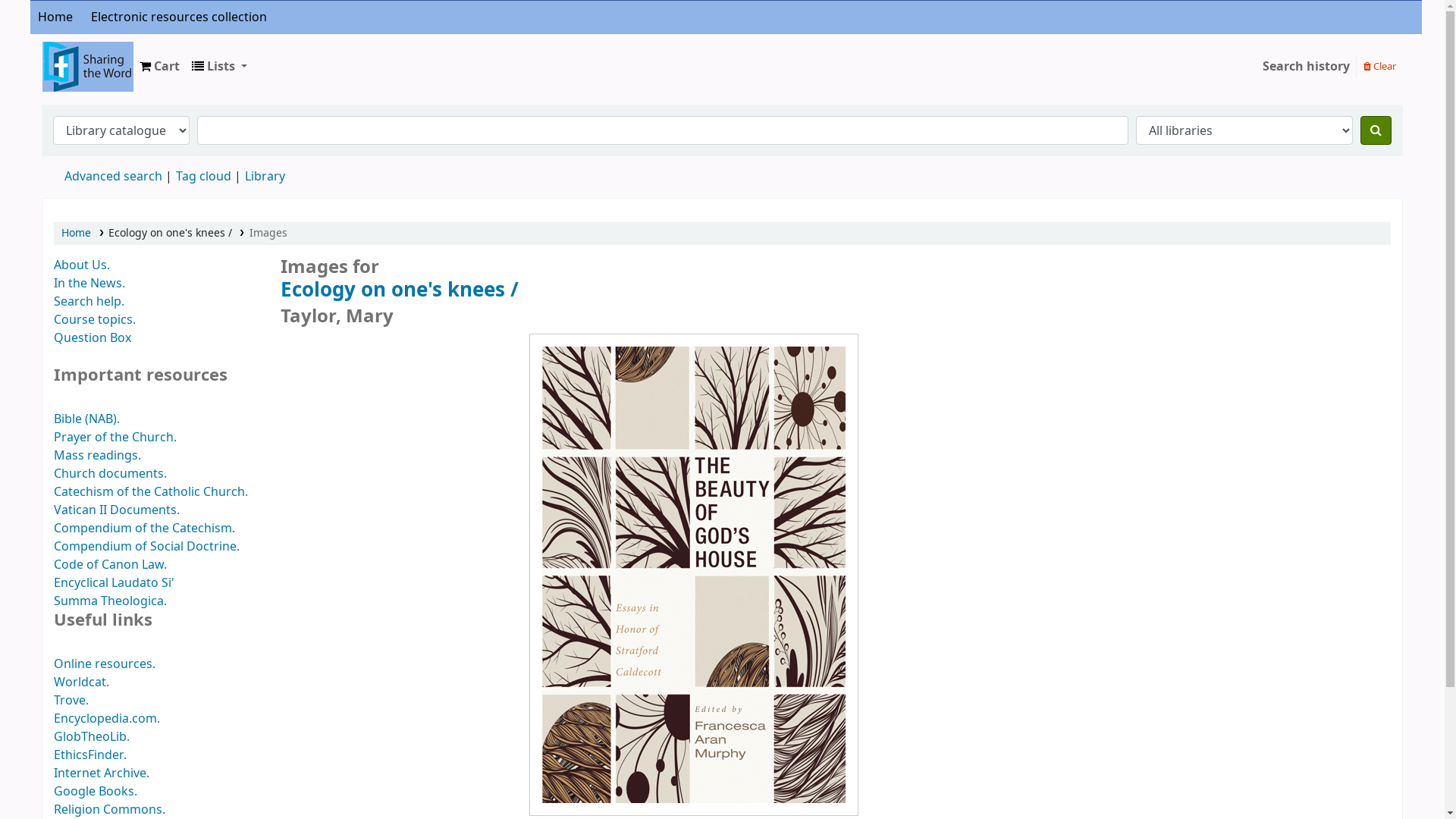 This screenshot has height=819, width=1456. Describe the element at coordinates (244, 175) in the screenshot. I see `'Library'` at that location.